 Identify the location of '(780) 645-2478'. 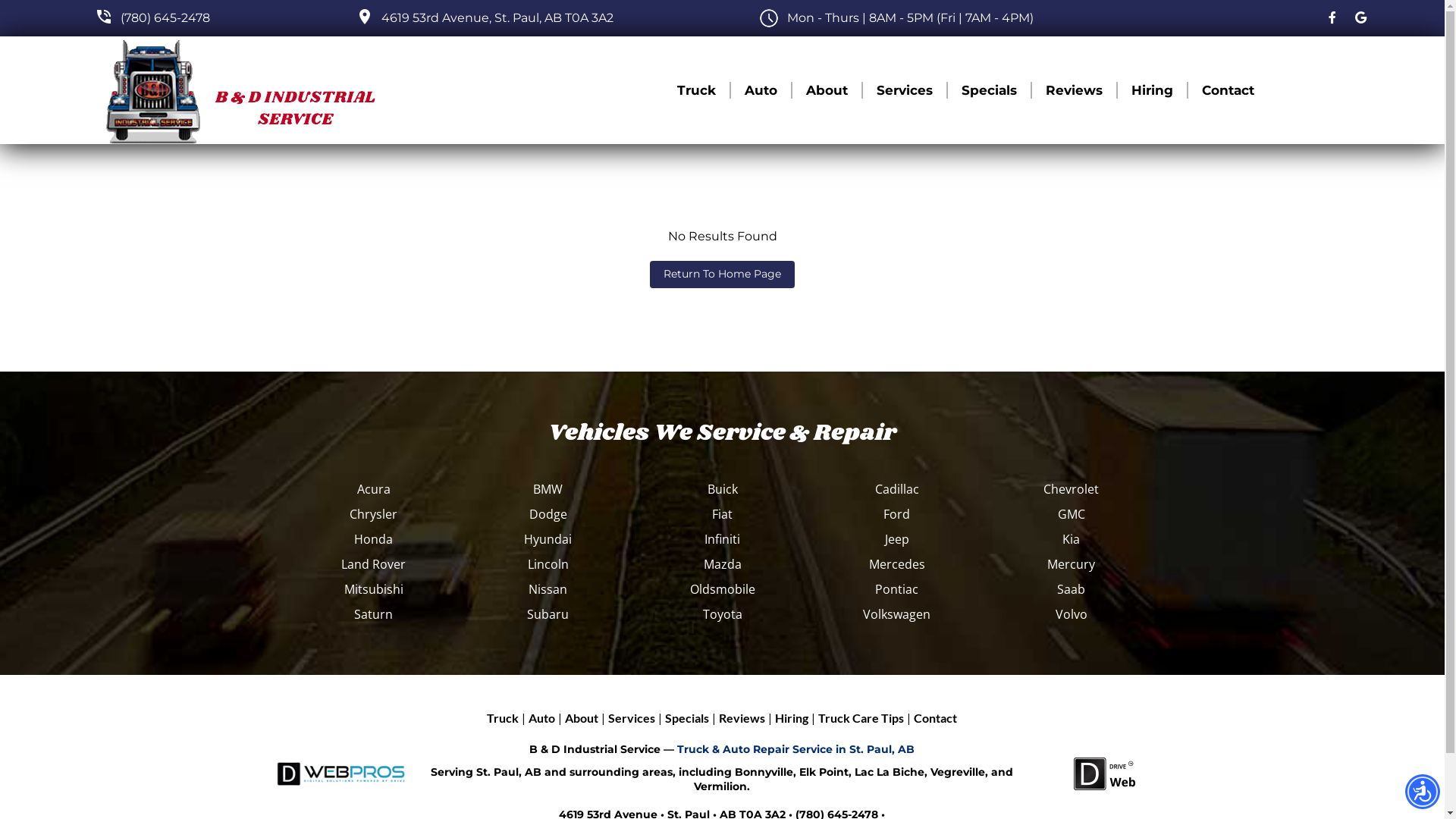
(165, 17).